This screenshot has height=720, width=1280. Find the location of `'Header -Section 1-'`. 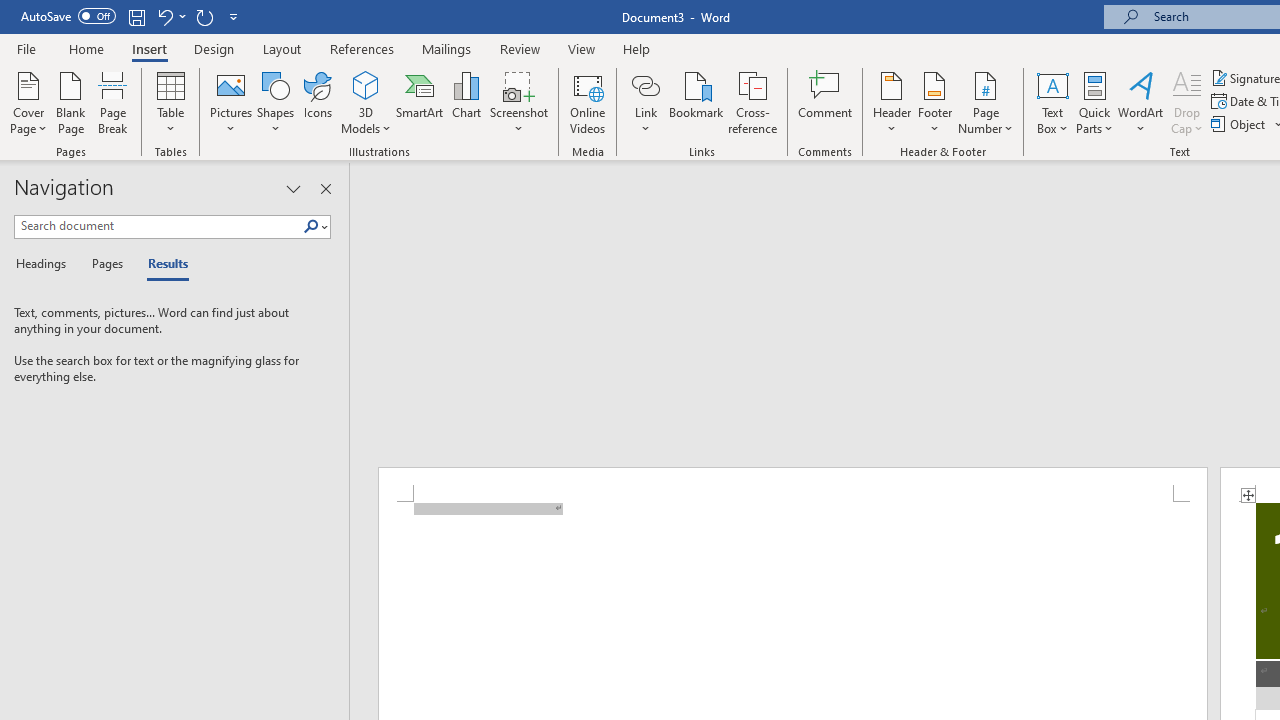

'Header -Section 1-' is located at coordinates (791, 485).